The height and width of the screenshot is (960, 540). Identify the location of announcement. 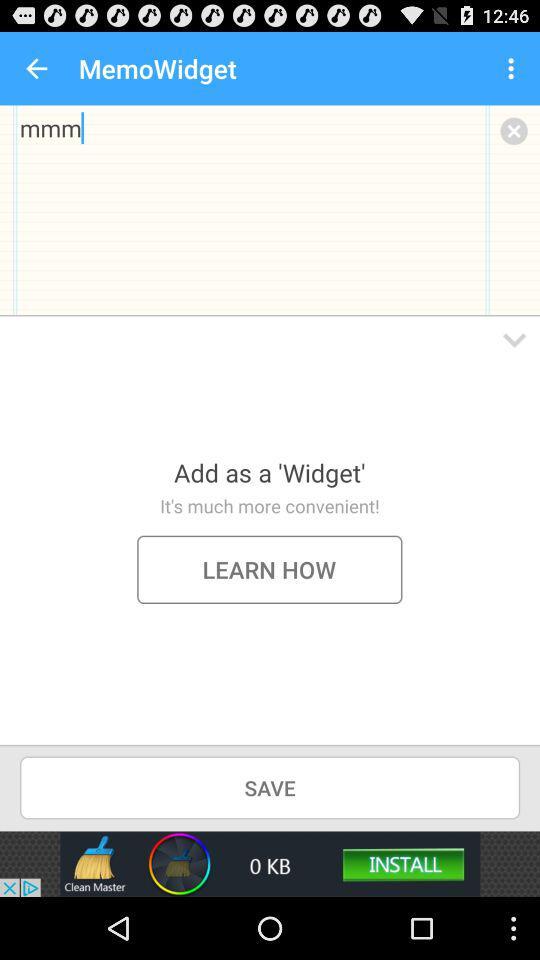
(270, 863).